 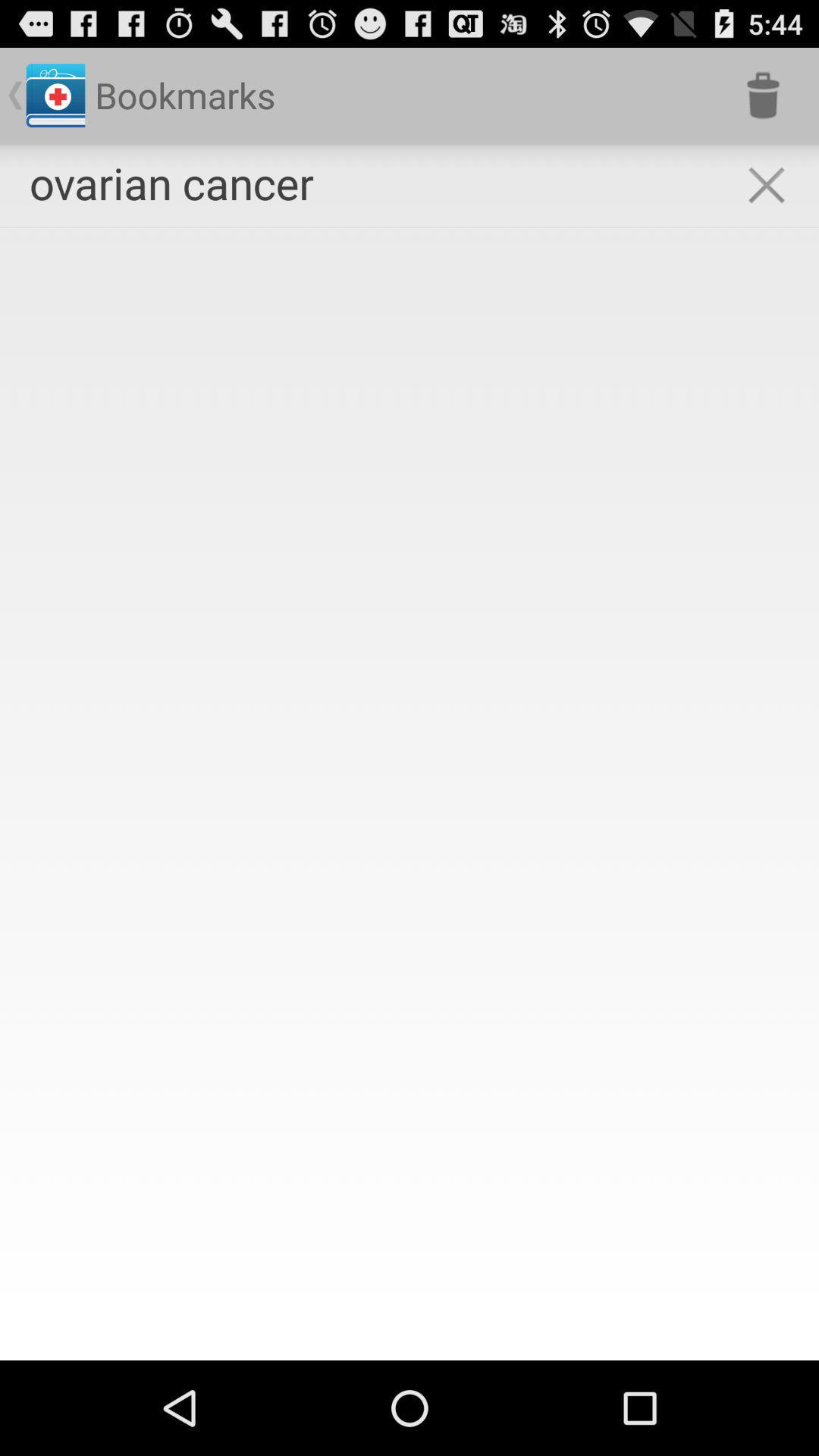 I want to click on the icon next to ovarian cancer, so click(x=766, y=184).